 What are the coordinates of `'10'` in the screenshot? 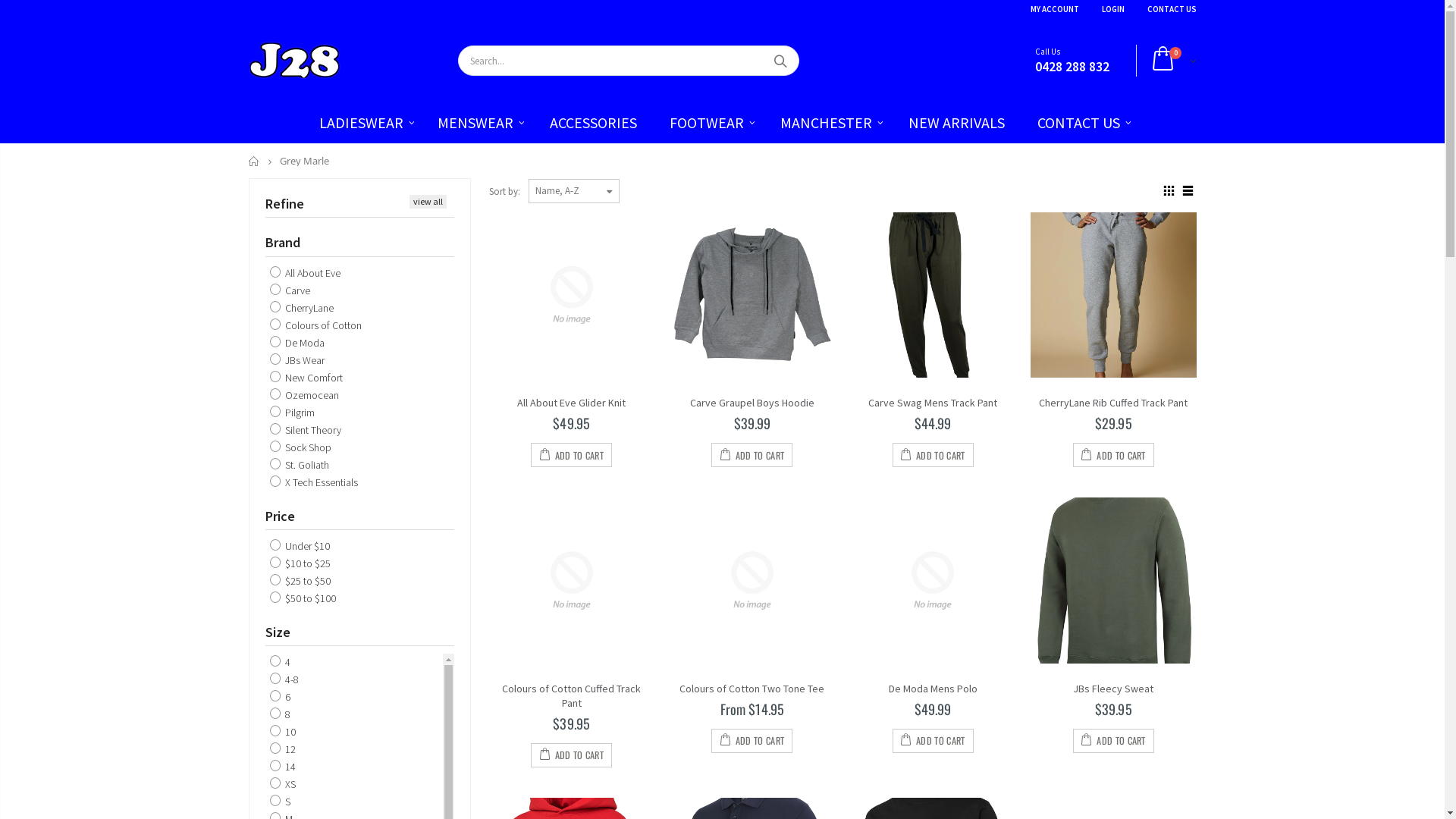 It's located at (283, 730).